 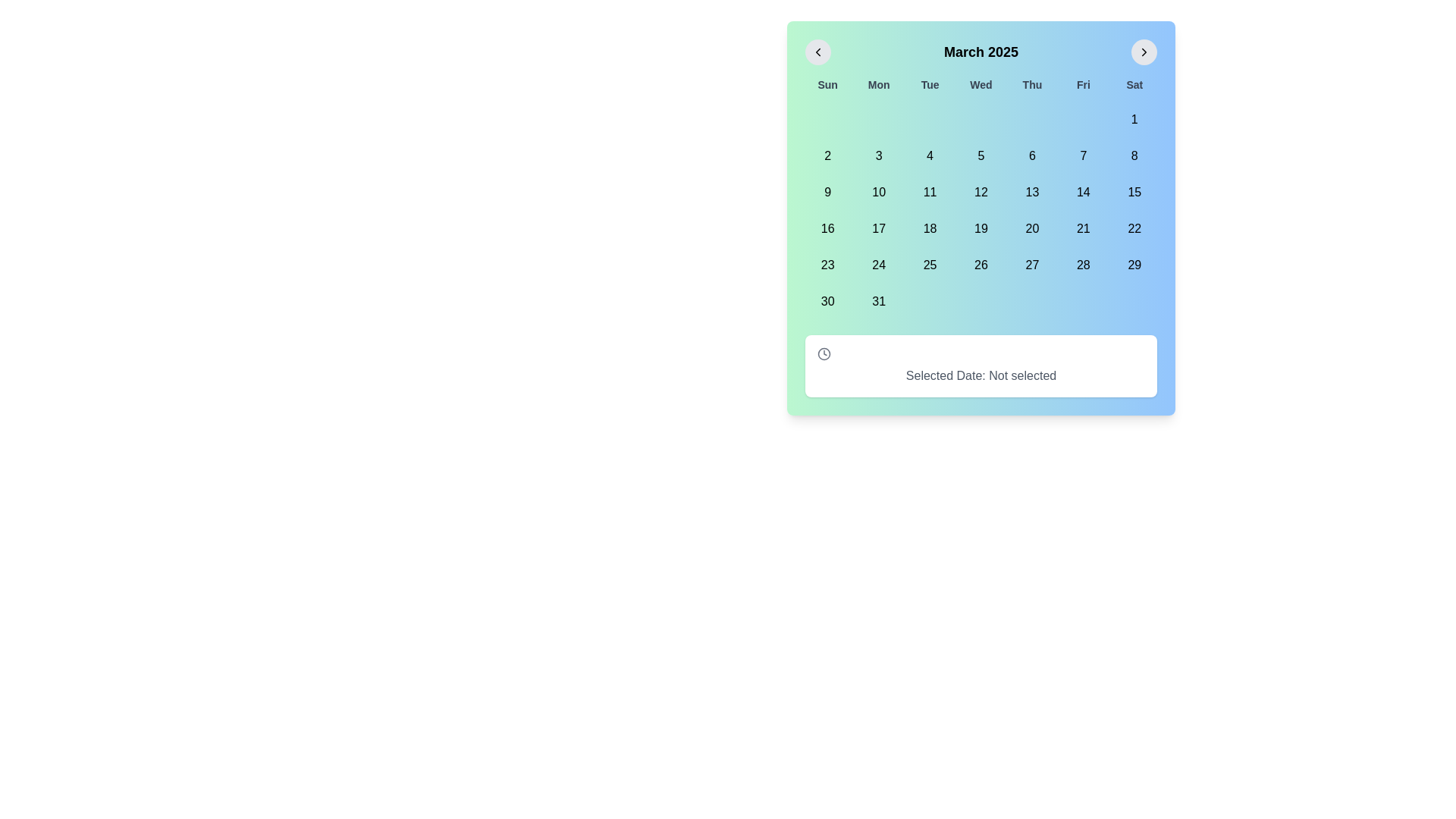 I want to click on the button representing day '5' in the calendar grid, so click(x=981, y=155).